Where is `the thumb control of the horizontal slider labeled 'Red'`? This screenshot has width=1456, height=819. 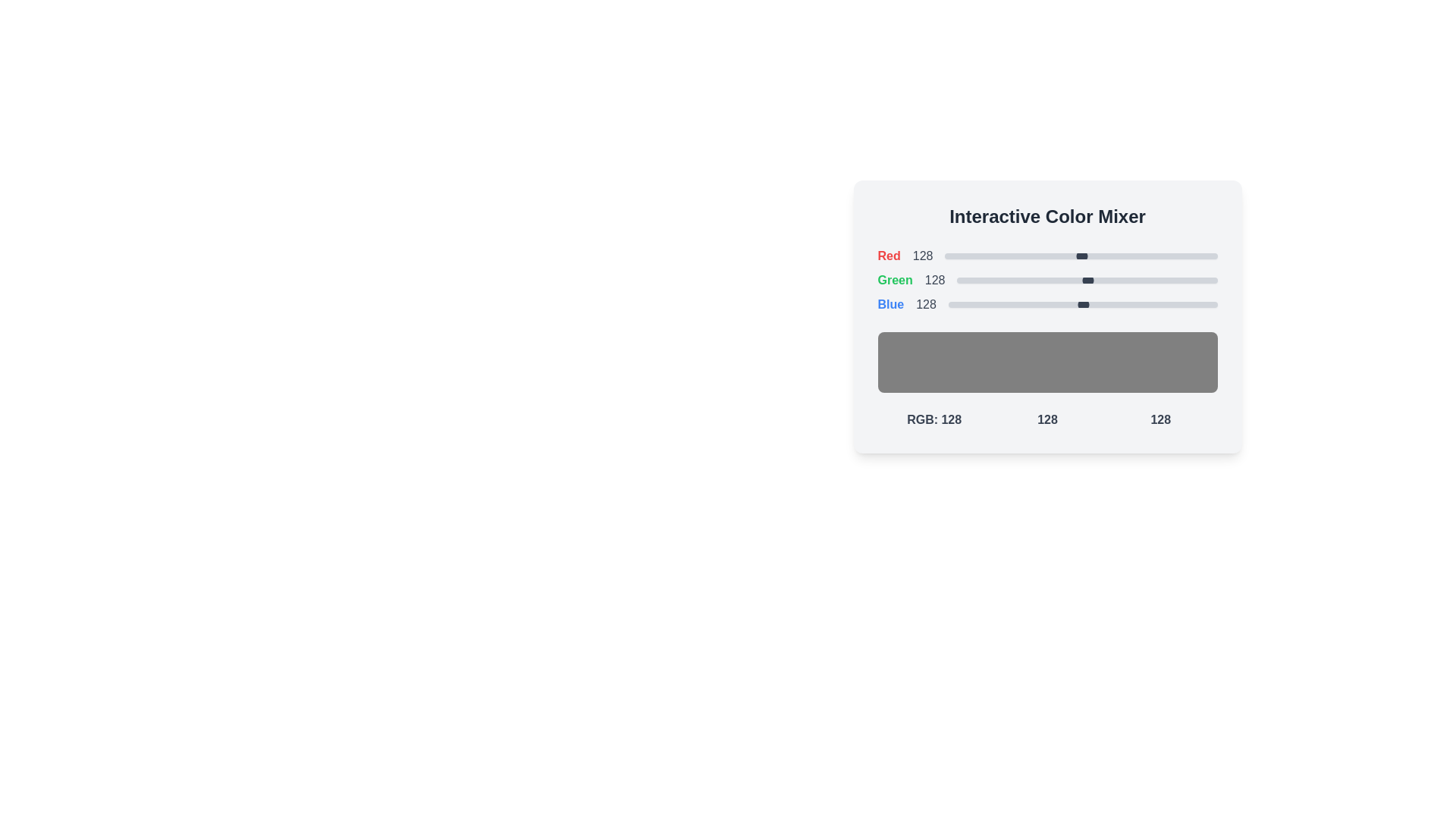 the thumb control of the horizontal slider labeled 'Red' is located at coordinates (1080, 256).